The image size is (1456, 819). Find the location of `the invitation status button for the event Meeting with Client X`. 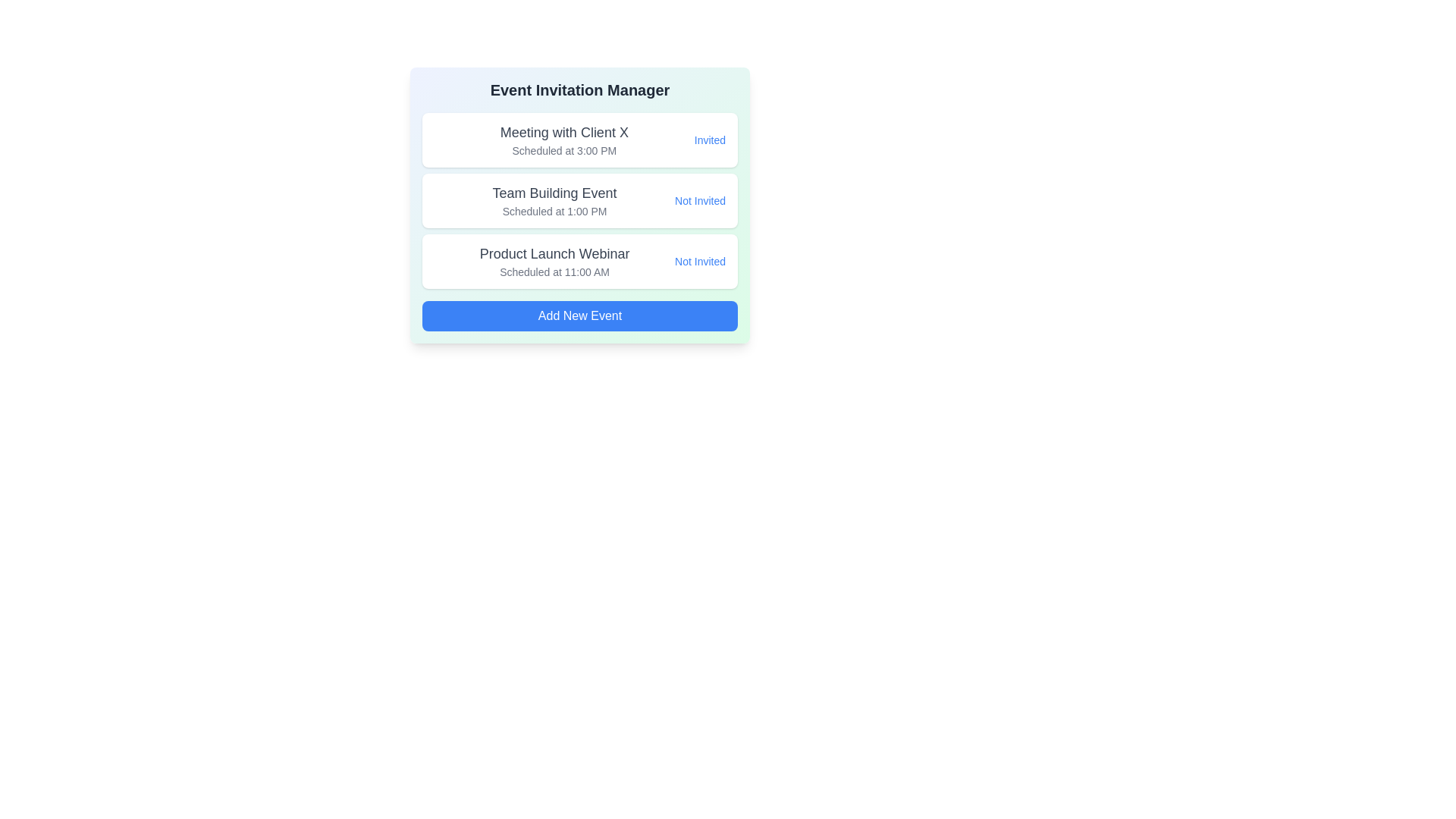

the invitation status button for the event Meeting with Client X is located at coordinates (709, 140).